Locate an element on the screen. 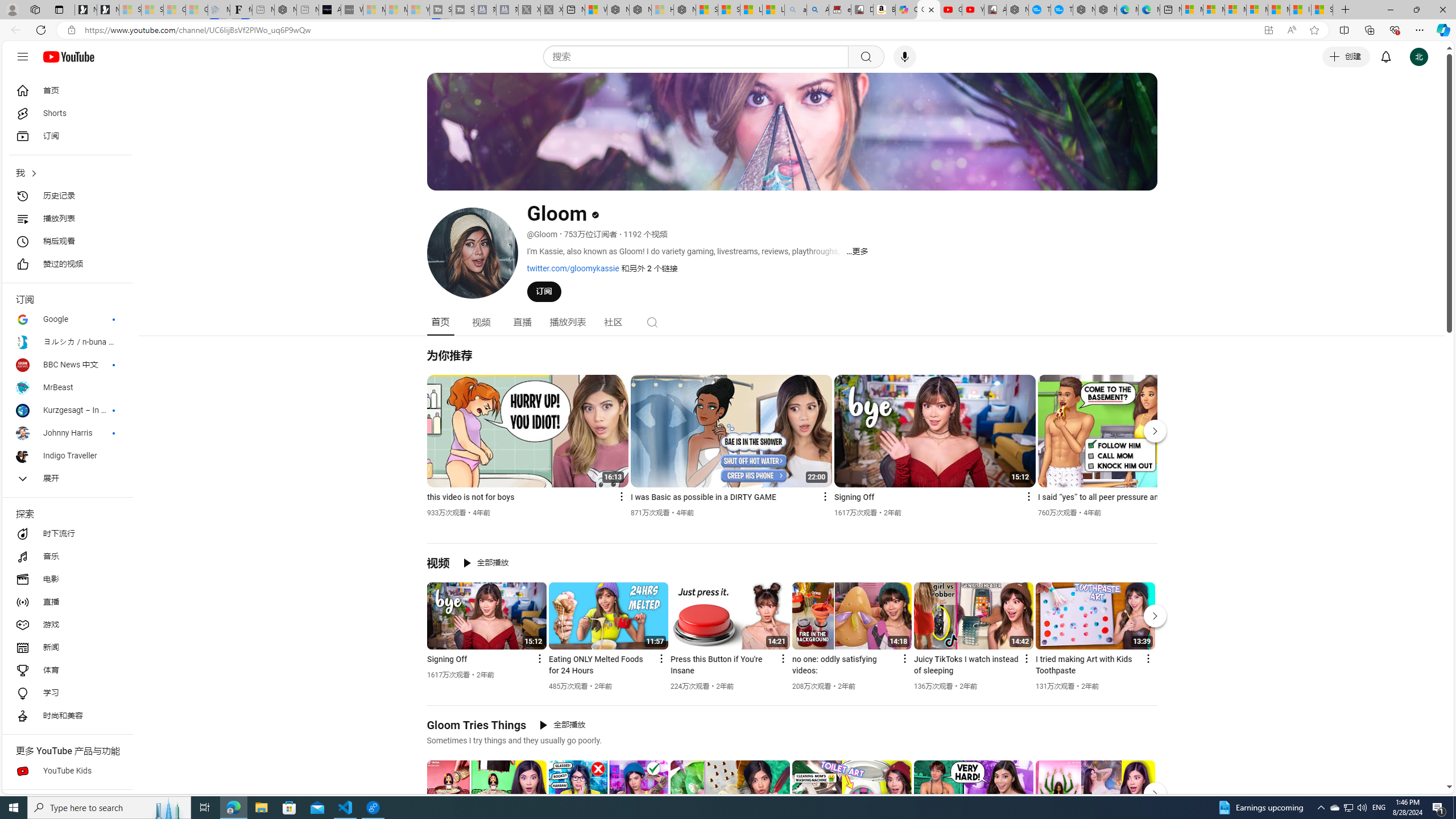 The width and height of the screenshot is (1456, 819). 'Shorts' is located at coordinates (67, 113).